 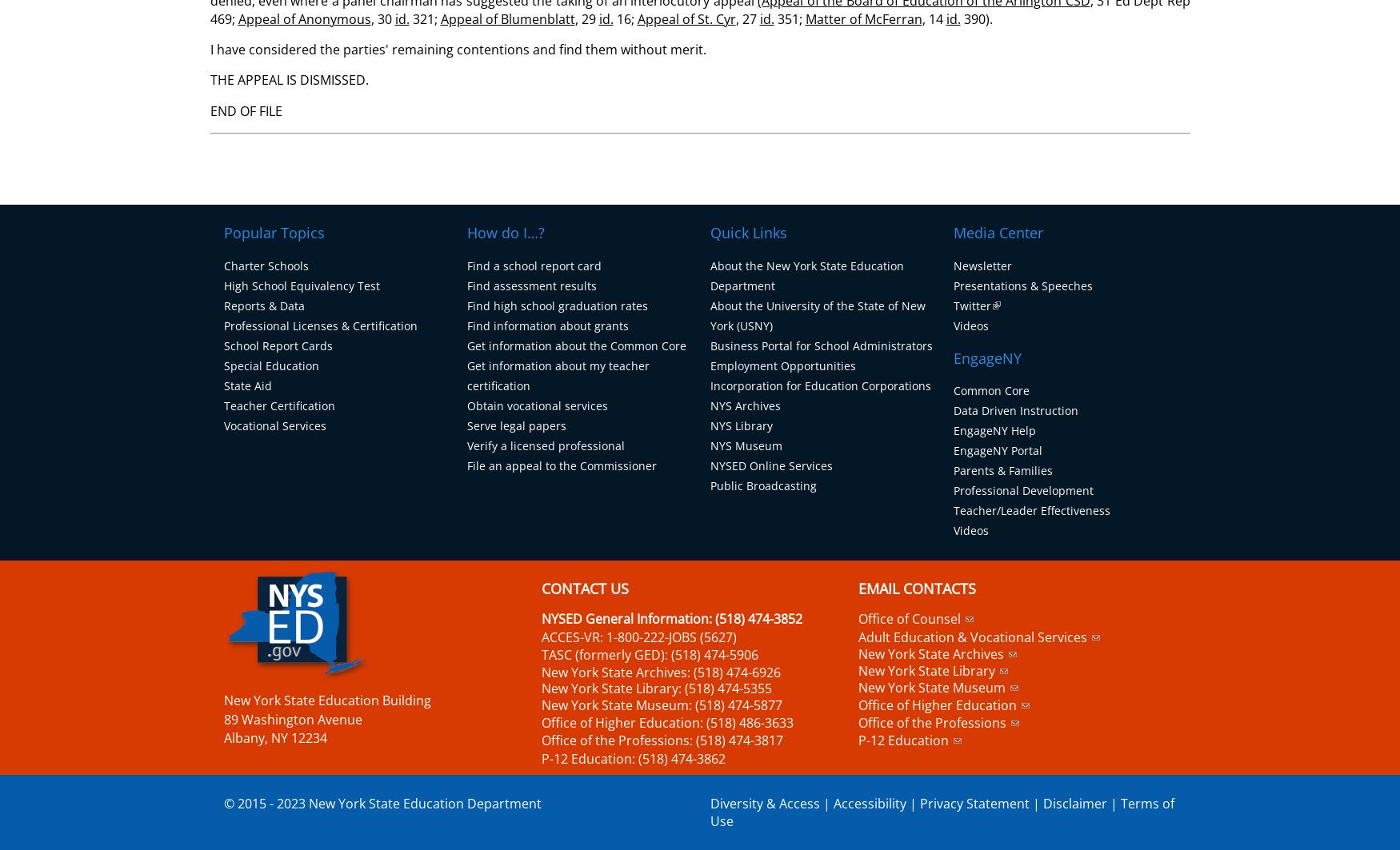 What do you see at coordinates (832, 802) in the screenshot?
I see `'Accessibility'` at bounding box center [832, 802].